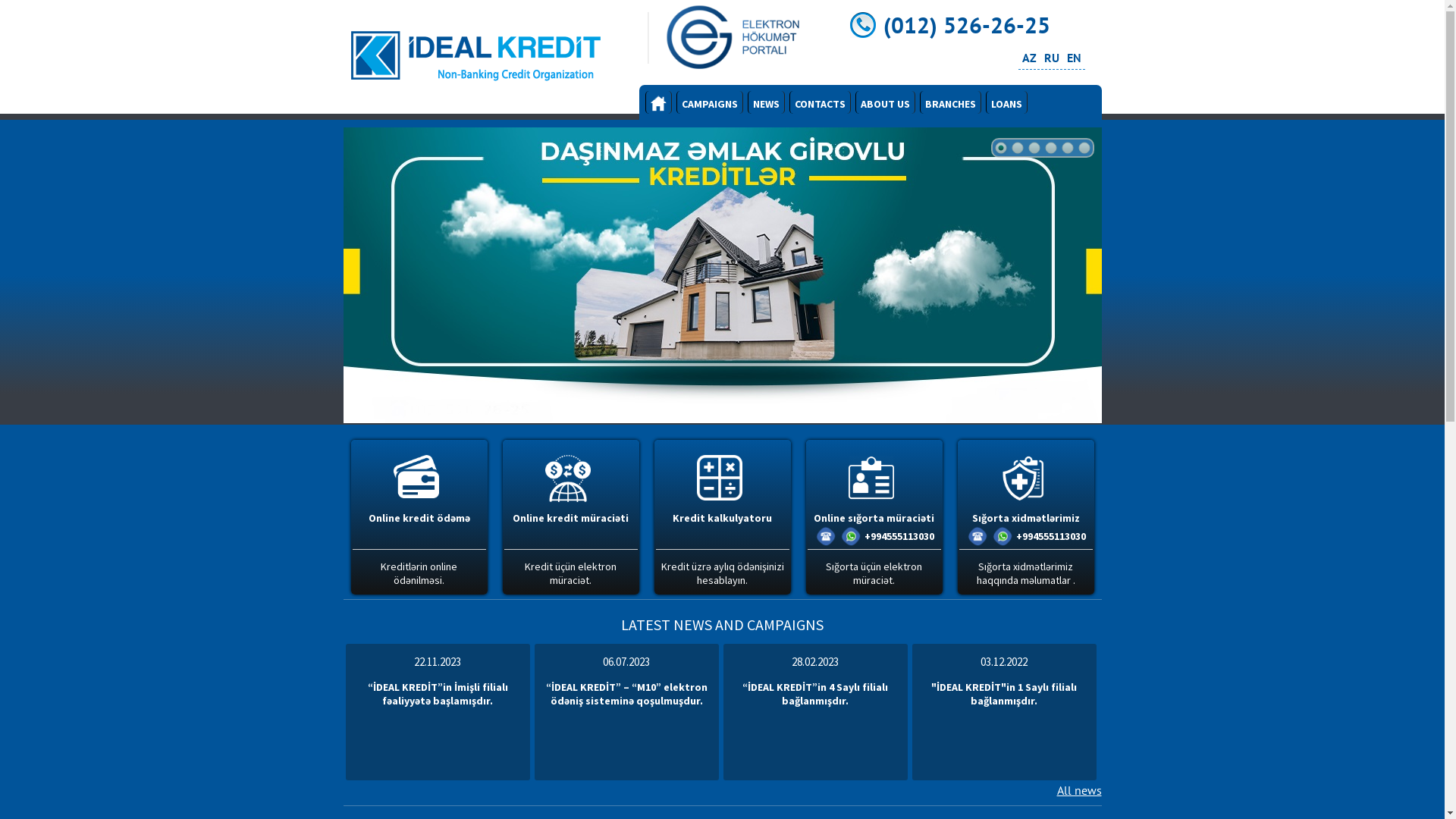 Image resolution: width=1456 pixels, height=819 pixels. I want to click on 'EN', so click(1072, 57).